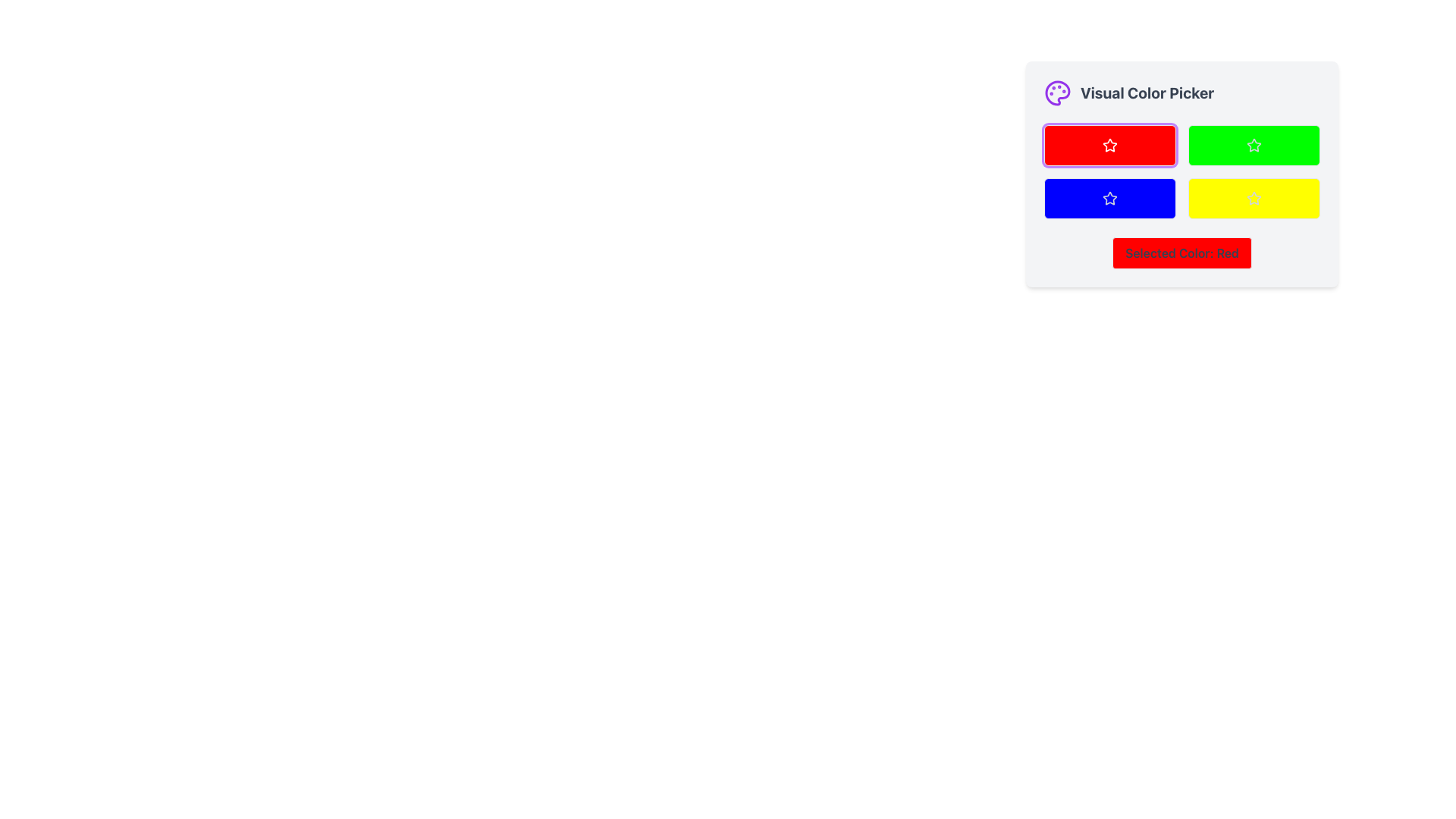 Image resolution: width=1456 pixels, height=819 pixels. I want to click on the first button in the color-selection interface labeled 'Visual Color Picker', so click(1110, 146).